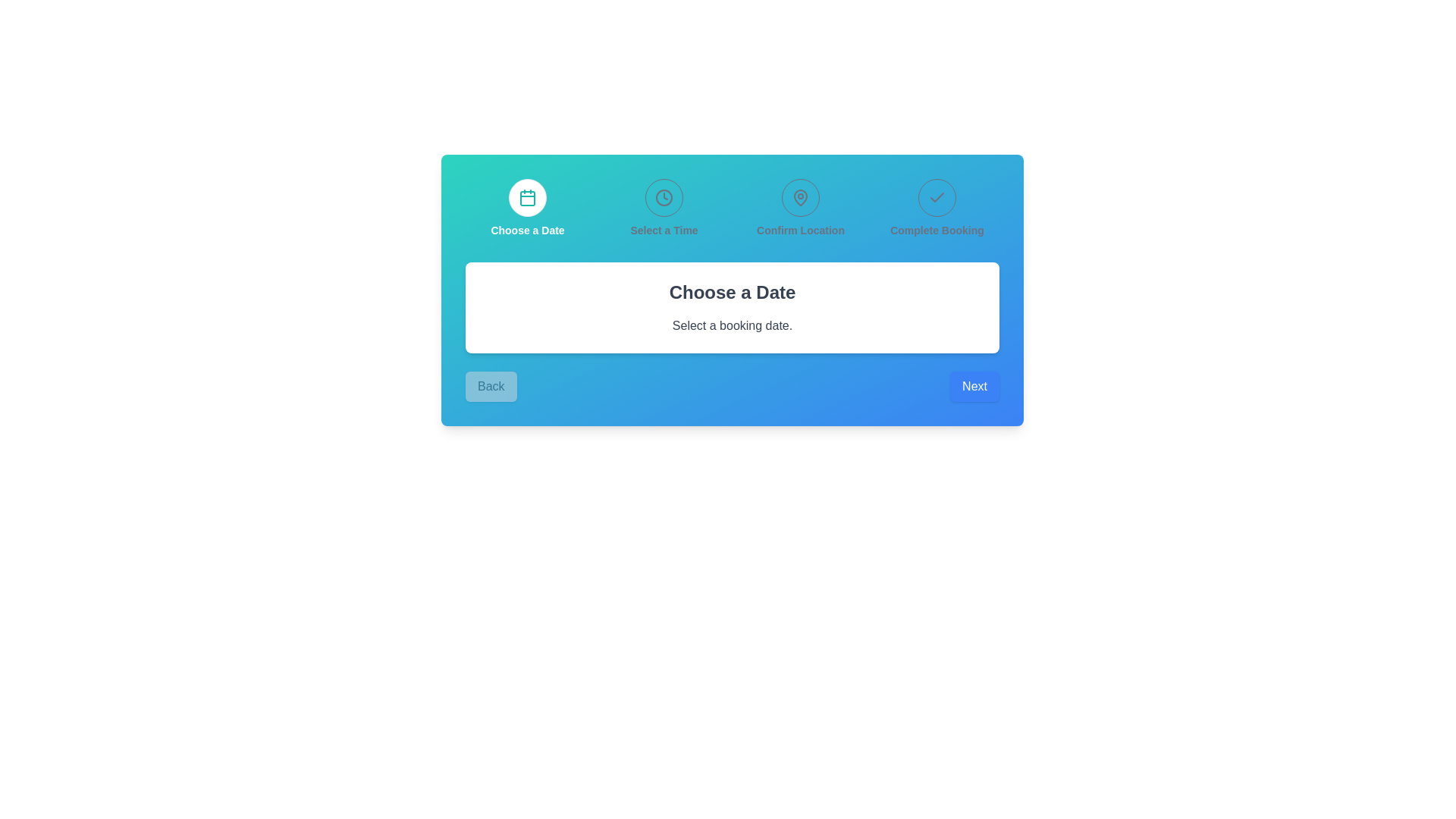  Describe the element at coordinates (664, 197) in the screenshot. I see `properties of the circular icon representing 'Select a Time' in the SVG clock icon located on the navigation bar` at that location.